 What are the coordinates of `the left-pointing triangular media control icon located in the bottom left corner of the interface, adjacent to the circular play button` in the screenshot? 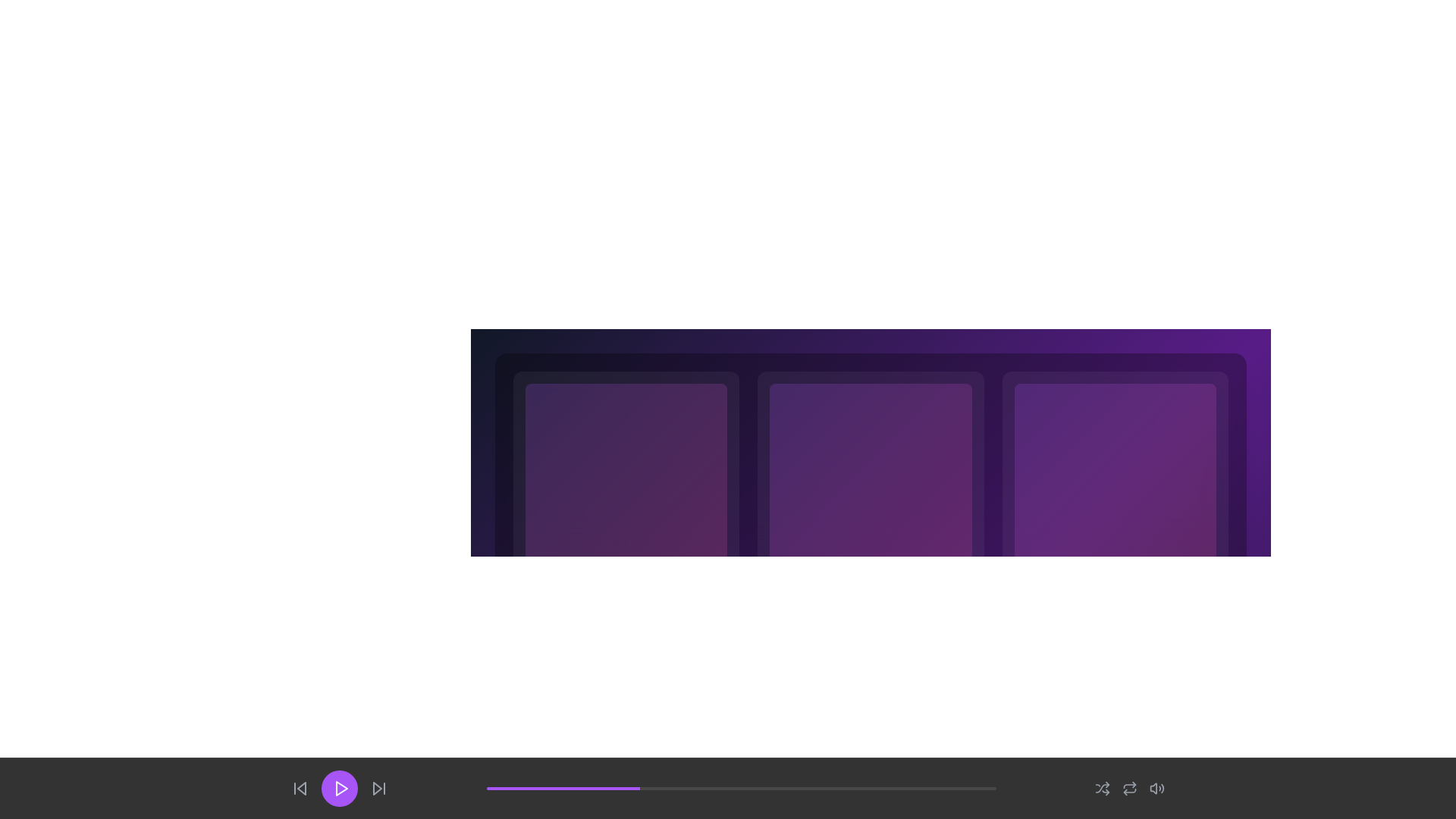 It's located at (302, 788).